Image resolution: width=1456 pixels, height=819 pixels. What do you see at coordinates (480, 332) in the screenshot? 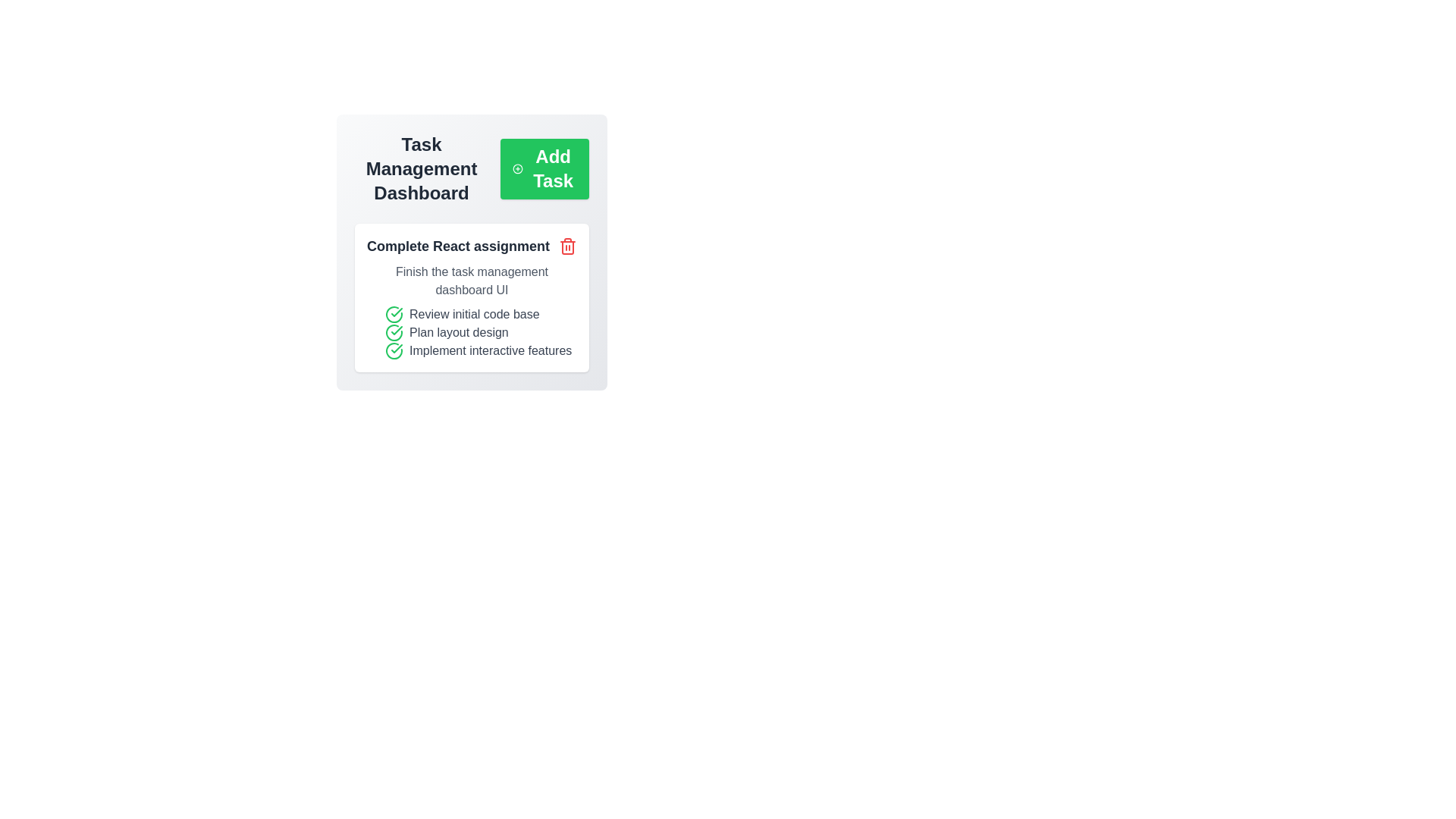
I see `the completed task item for 'Plan layout design' in the task management card, which is the second item in the task list` at bounding box center [480, 332].